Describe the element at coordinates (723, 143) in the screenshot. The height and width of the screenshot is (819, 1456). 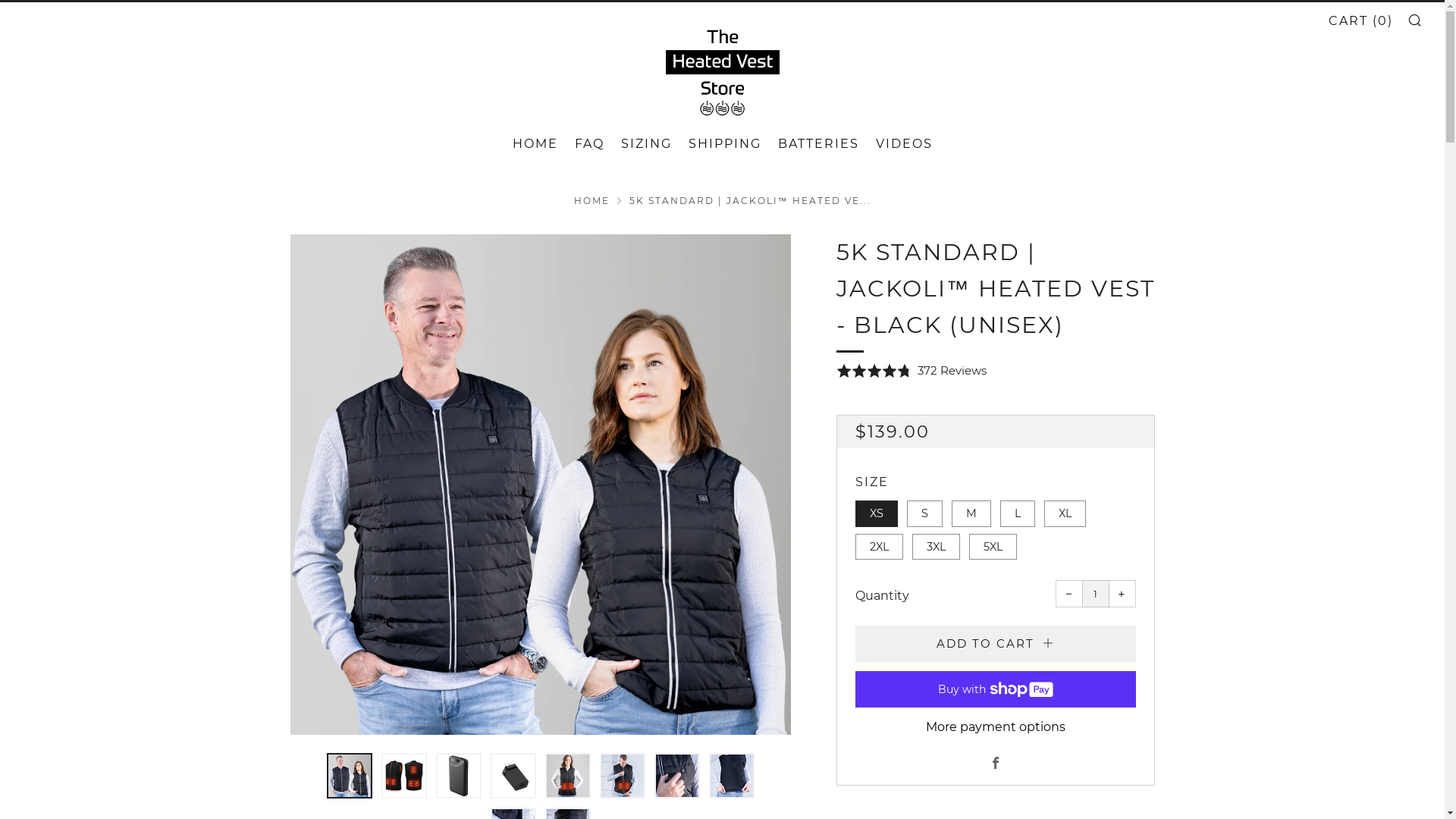
I see `'SHIPPING'` at that location.